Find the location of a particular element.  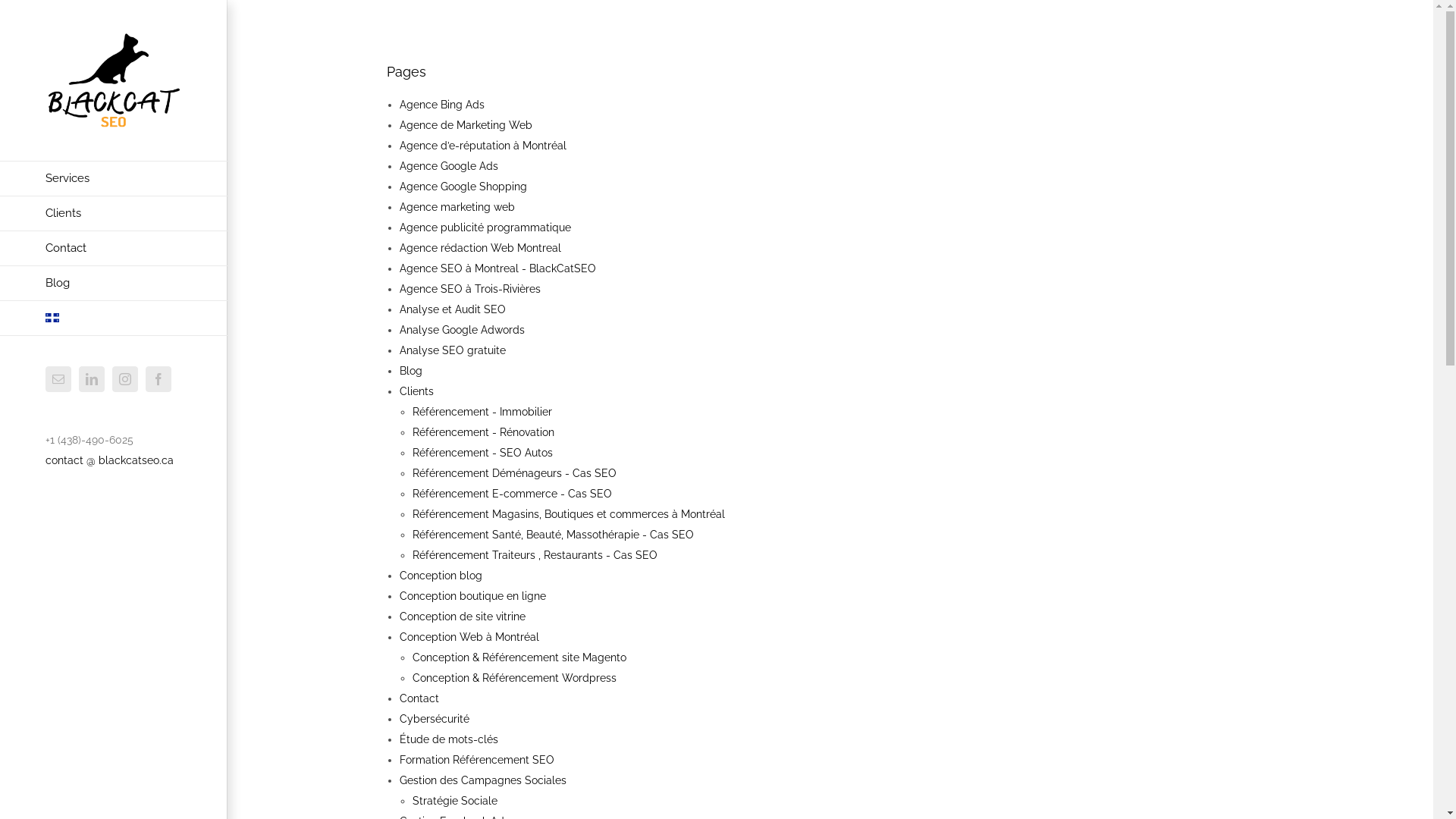

'Analyse Google Adwords' is located at coordinates (461, 329).